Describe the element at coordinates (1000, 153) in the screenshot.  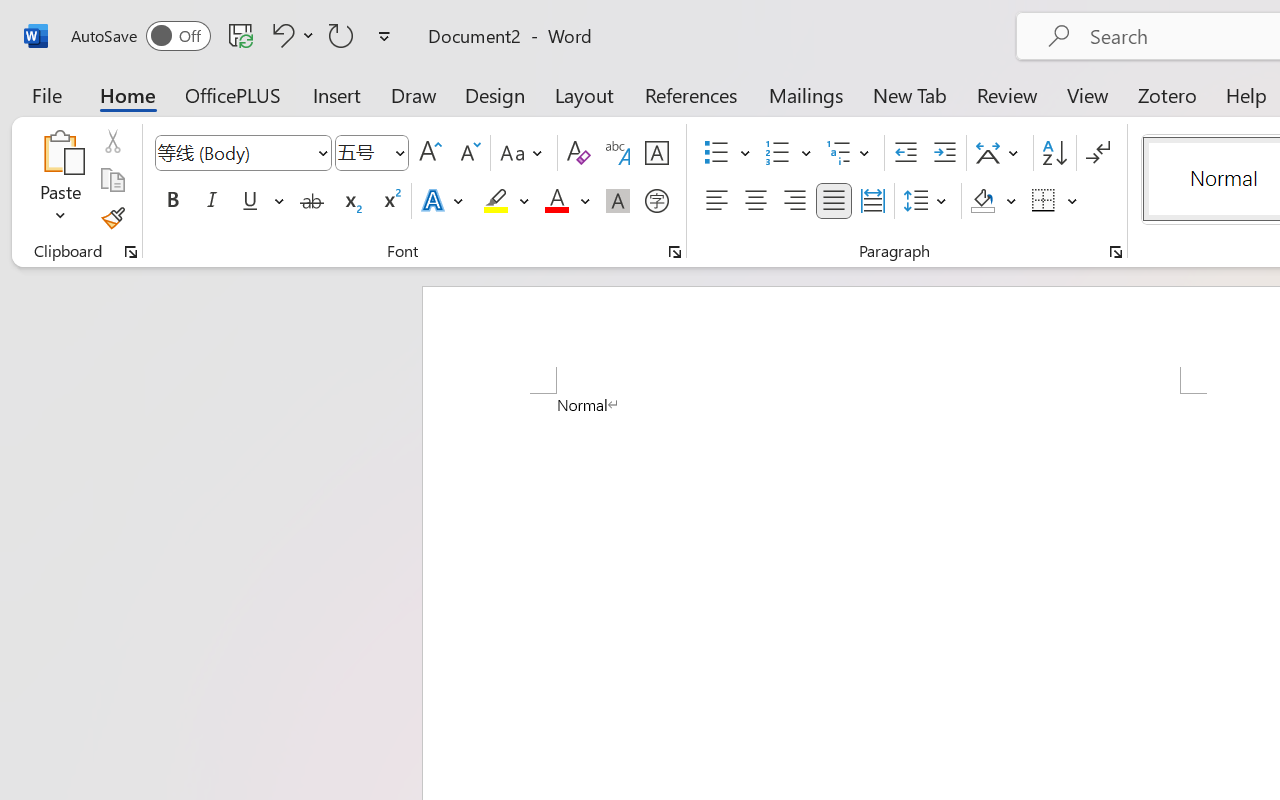
I see `'Asian Layout'` at that location.